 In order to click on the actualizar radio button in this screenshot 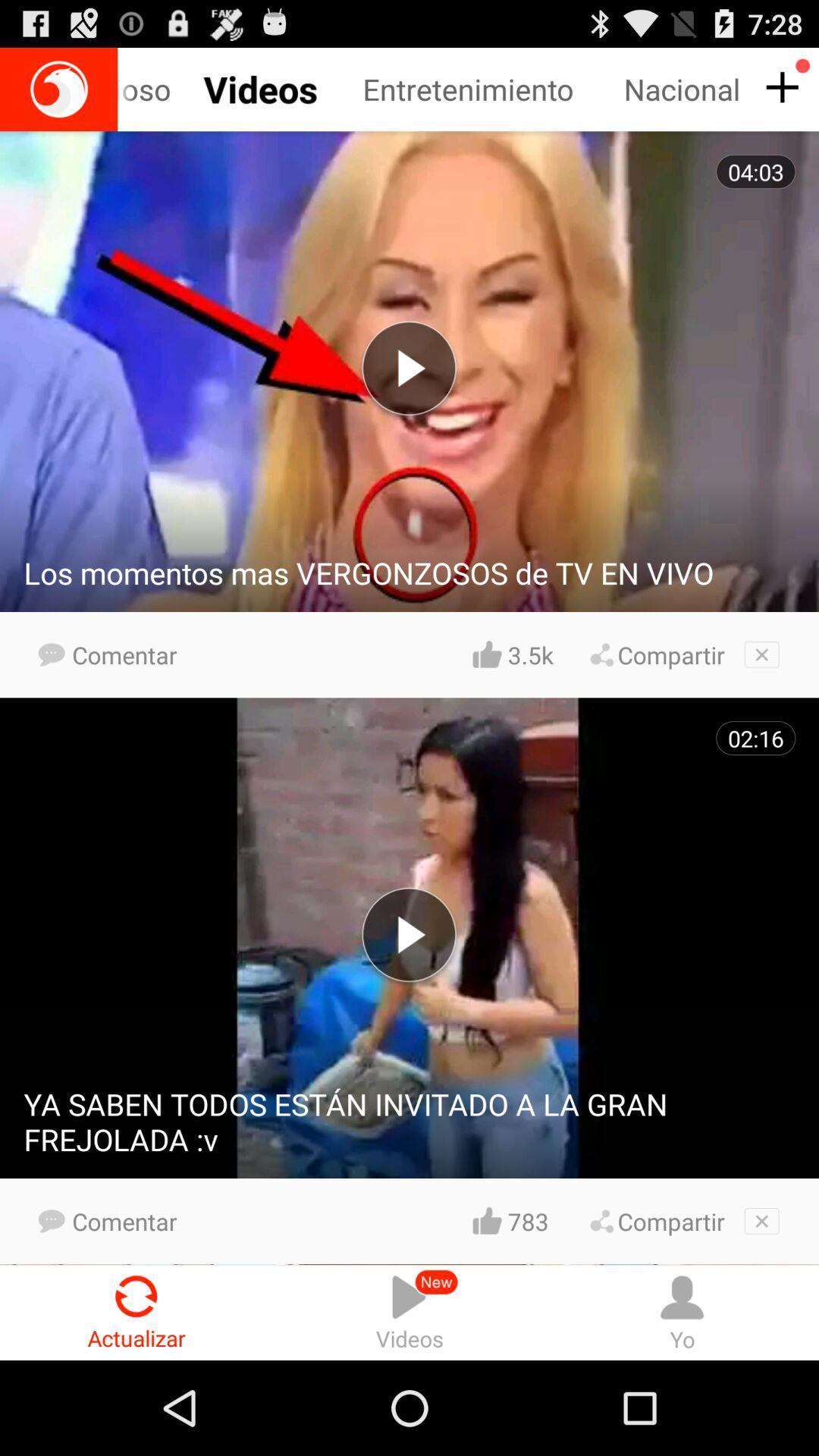, I will do `click(136, 1312)`.